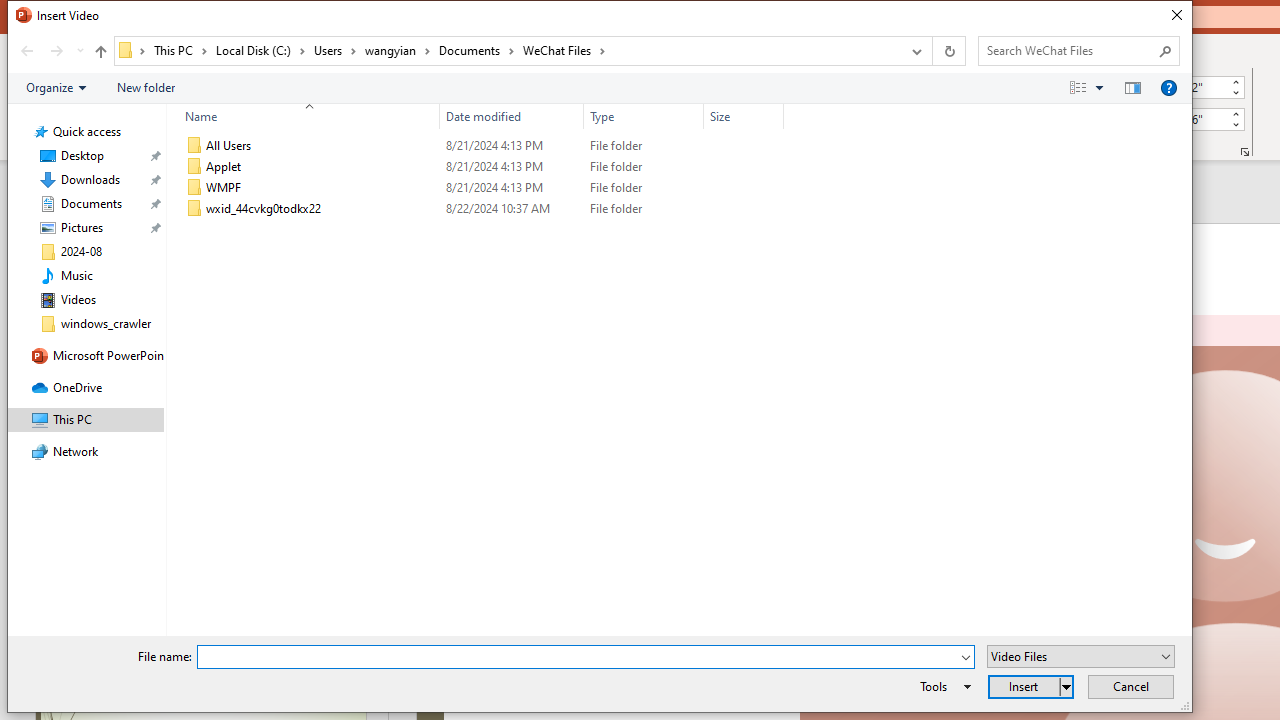  Describe the element at coordinates (930, 50) in the screenshot. I see `'Address band toolbar'` at that location.